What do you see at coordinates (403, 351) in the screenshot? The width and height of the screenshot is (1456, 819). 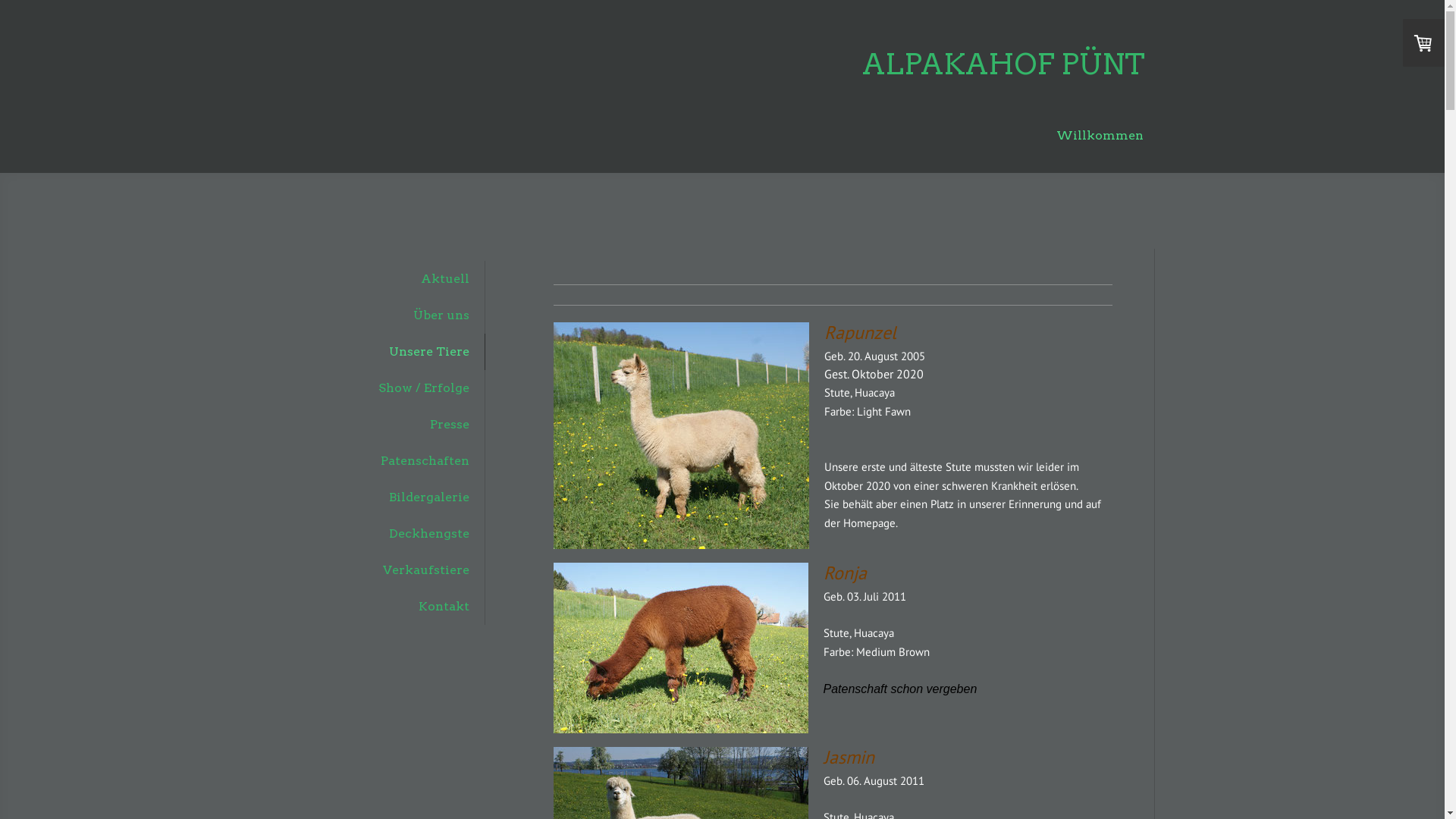 I see `'Unsere Tiere'` at bounding box center [403, 351].